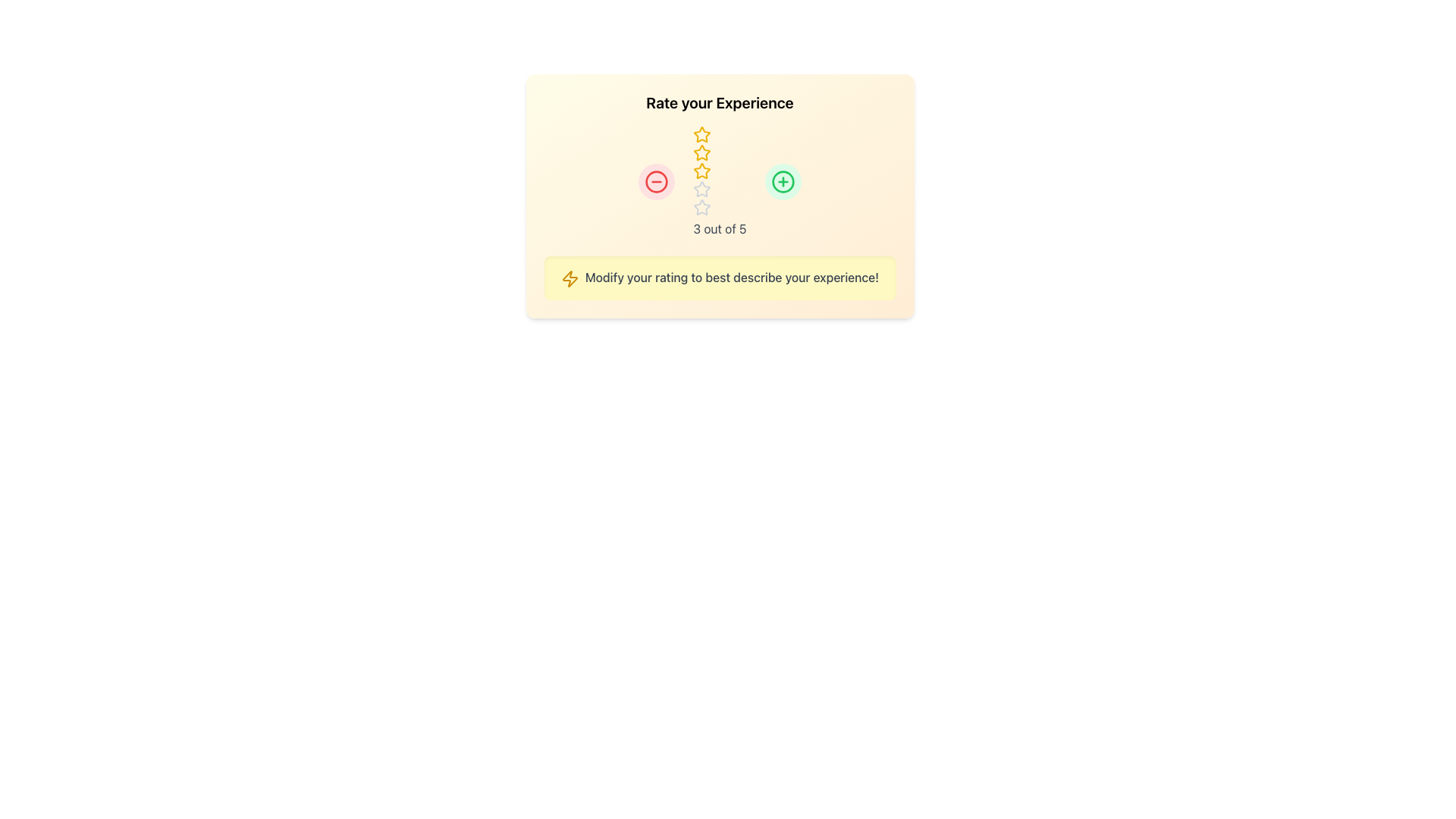 Image resolution: width=1456 pixels, height=819 pixels. What do you see at coordinates (569, 278) in the screenshot?
I see `the lightning bolt icon in the notification message located at the bottom of the user rating feedback card, which is colored bright yellow-orange and positioned to the left of the text 'Modify your rating to best describe your experience.'` at bounding box center [569, 278].